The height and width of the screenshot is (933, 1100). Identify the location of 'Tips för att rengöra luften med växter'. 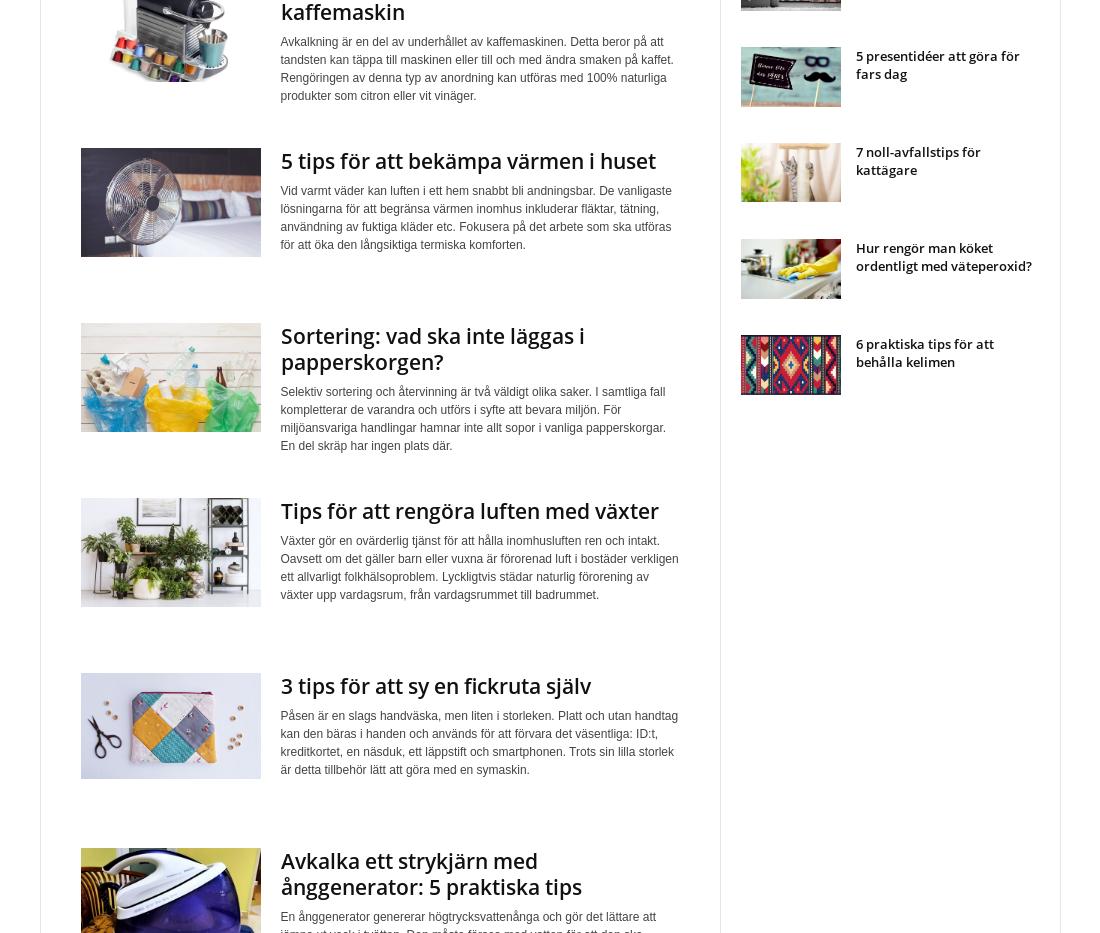
(278, 511).